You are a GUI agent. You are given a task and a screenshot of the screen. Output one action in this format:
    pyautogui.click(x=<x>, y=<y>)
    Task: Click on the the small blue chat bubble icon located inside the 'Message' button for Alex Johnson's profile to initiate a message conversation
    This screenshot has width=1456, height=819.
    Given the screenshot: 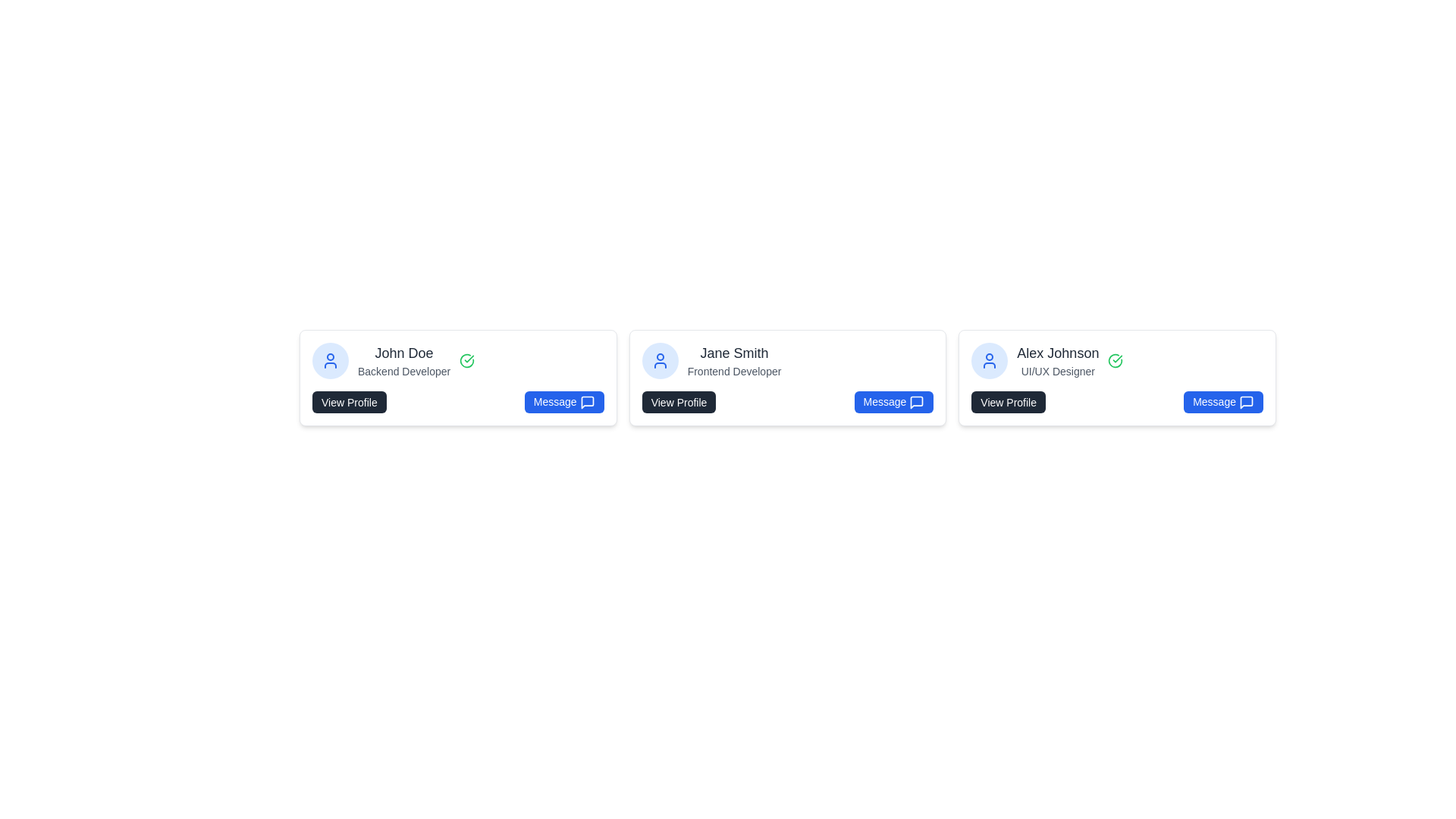 What is the action you would take?
    pyautogui.click(x=1246, y=402)
    